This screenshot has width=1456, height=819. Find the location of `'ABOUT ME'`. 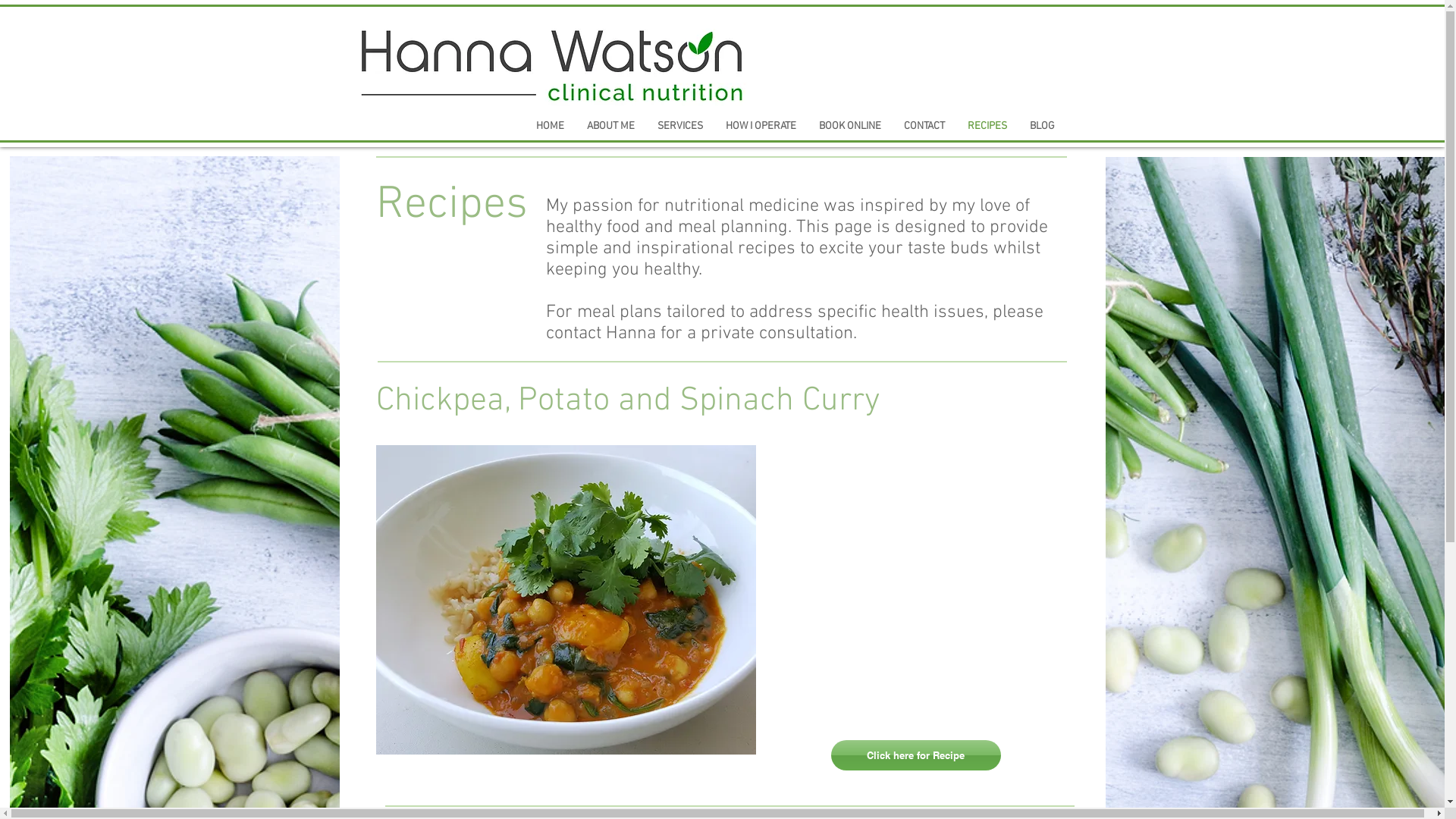

'ABOUT ME' is located at coordinates (610, 125).